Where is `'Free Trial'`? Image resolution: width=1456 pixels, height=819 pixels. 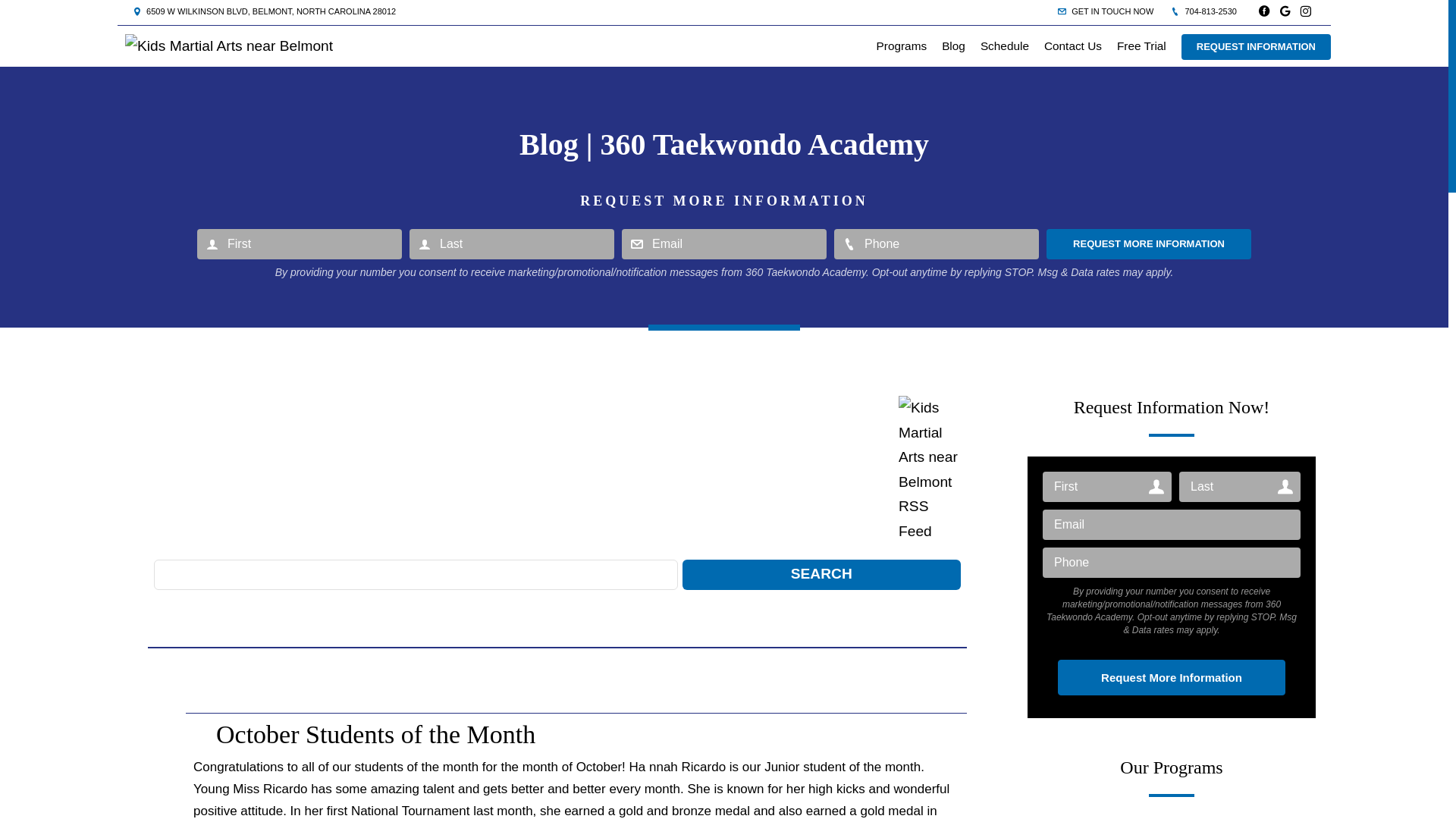 'Free Trial' is located at coordinates (1141, 45).